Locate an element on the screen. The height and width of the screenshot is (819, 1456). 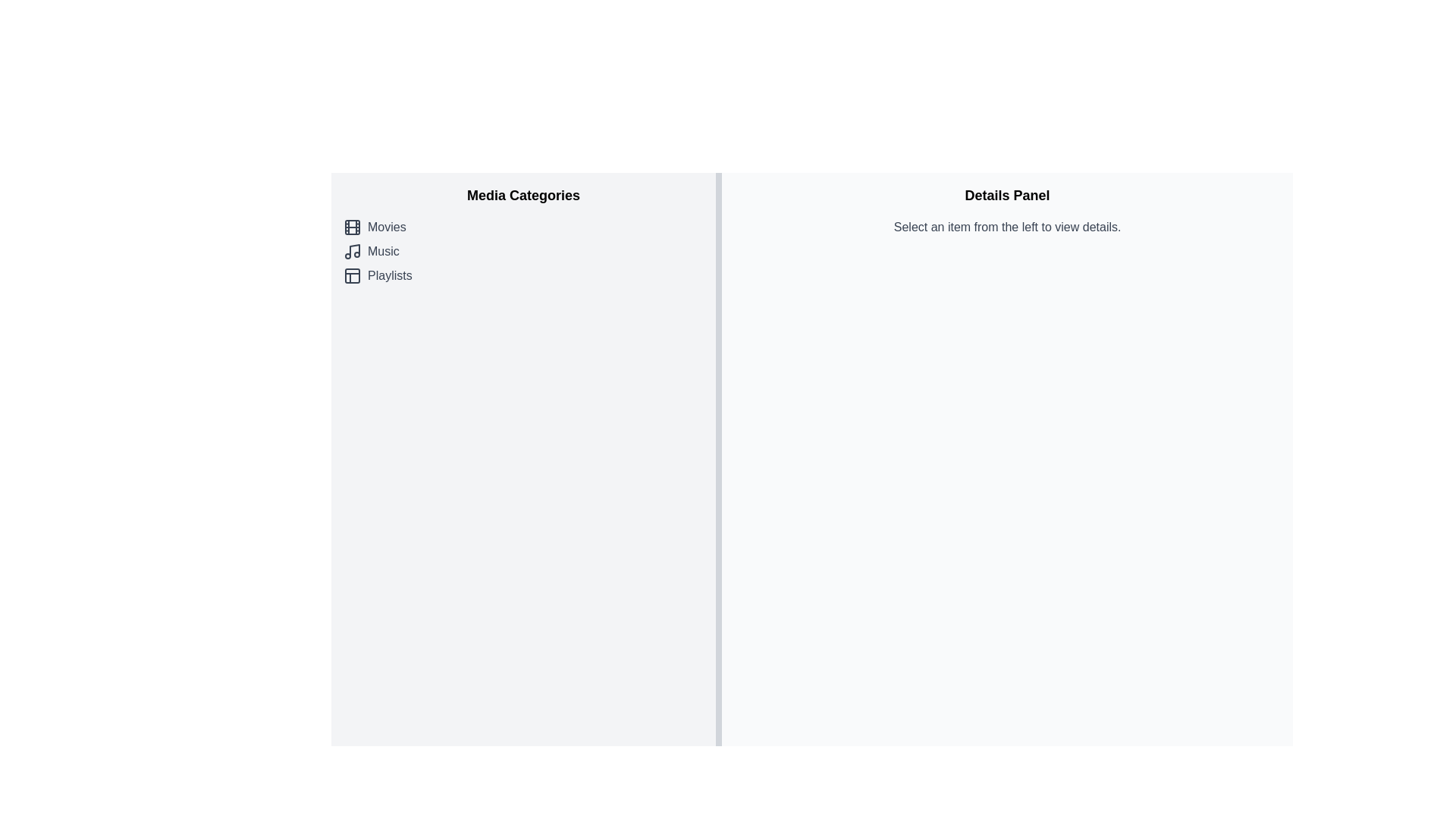
the textual label displaying the word 'Music' is located at coordinates (383, 250).